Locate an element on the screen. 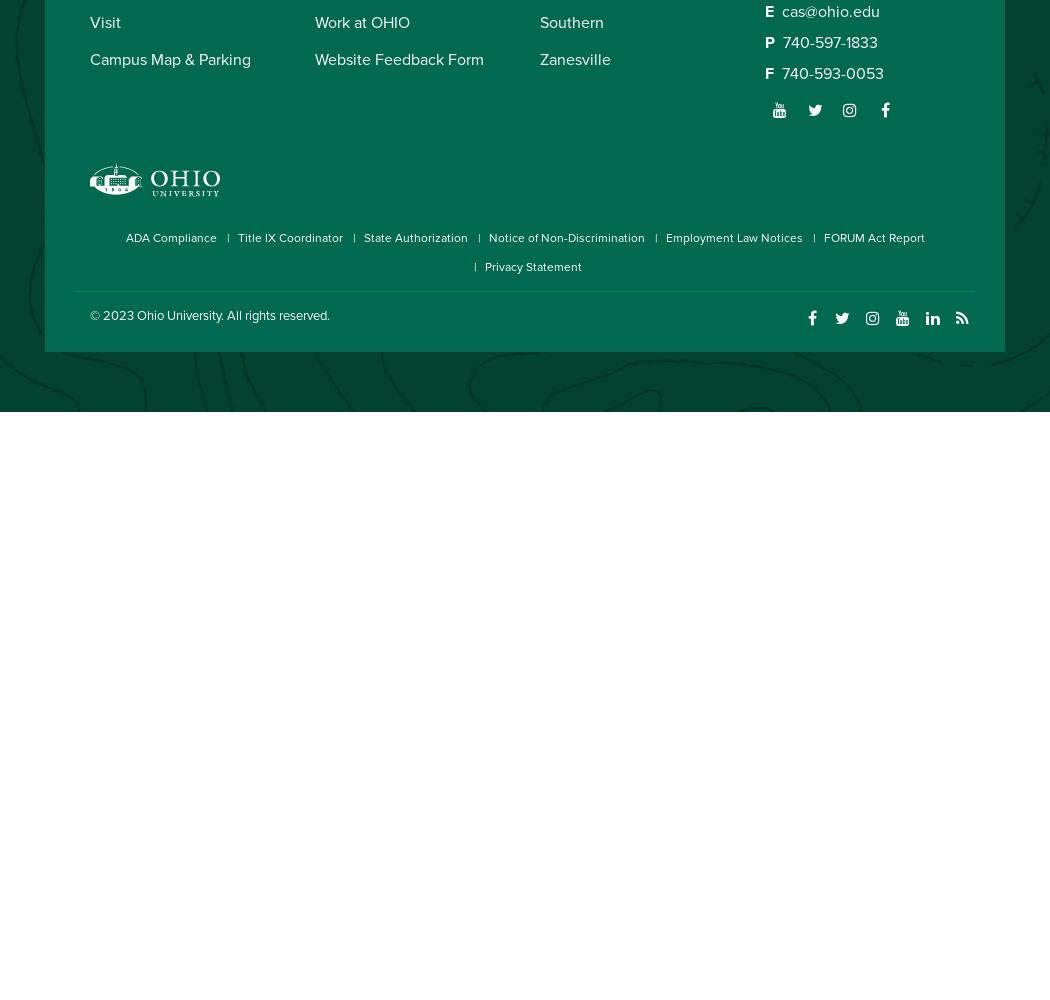 The image size is (1050, 1000). '740-593-0053' is located at coordinates (832, 72).